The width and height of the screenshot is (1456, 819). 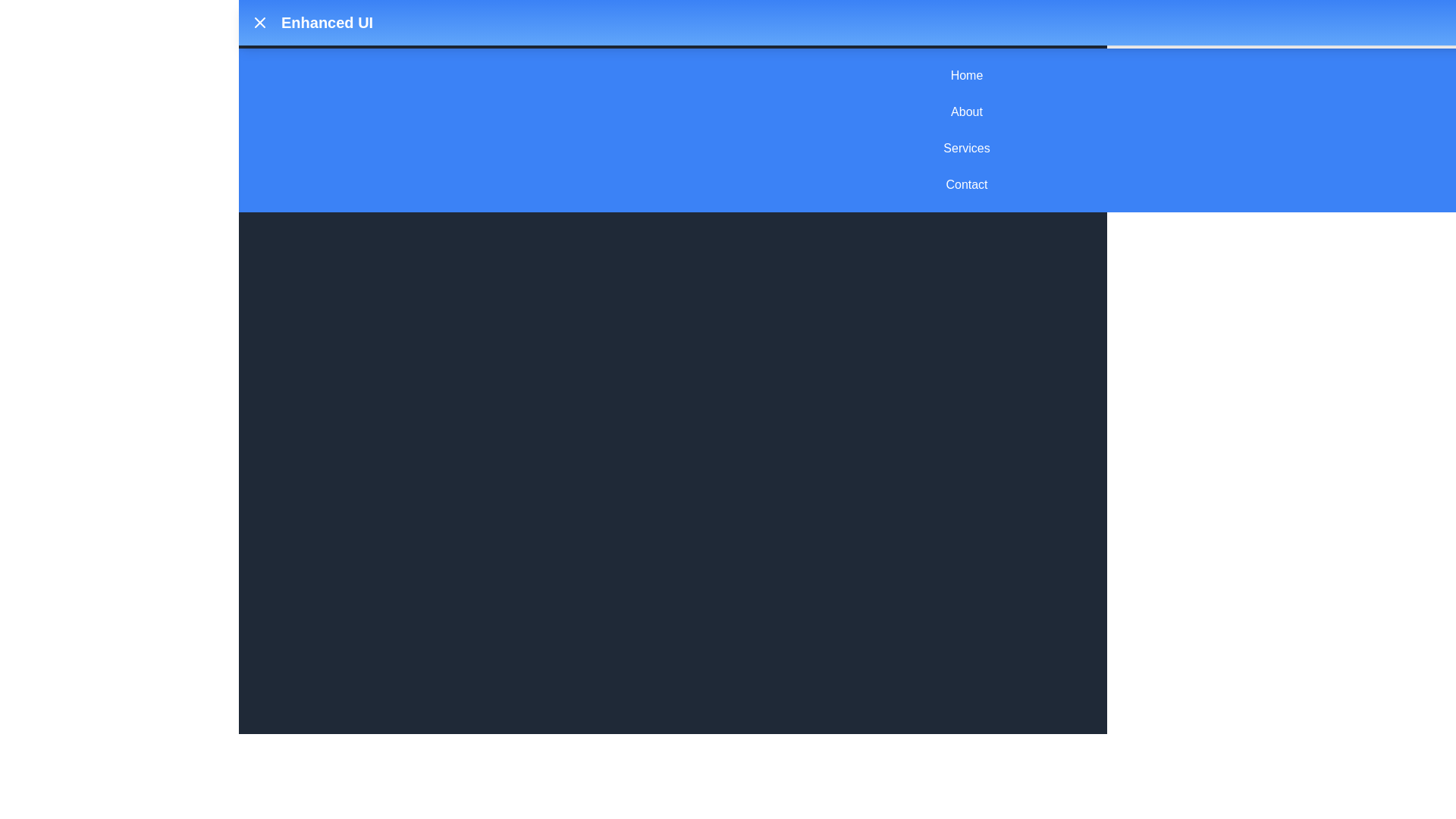 What do you see at coordinates (966, 111) in the screenshot?
I see `the menu item About` at bounding box center [966, 111].